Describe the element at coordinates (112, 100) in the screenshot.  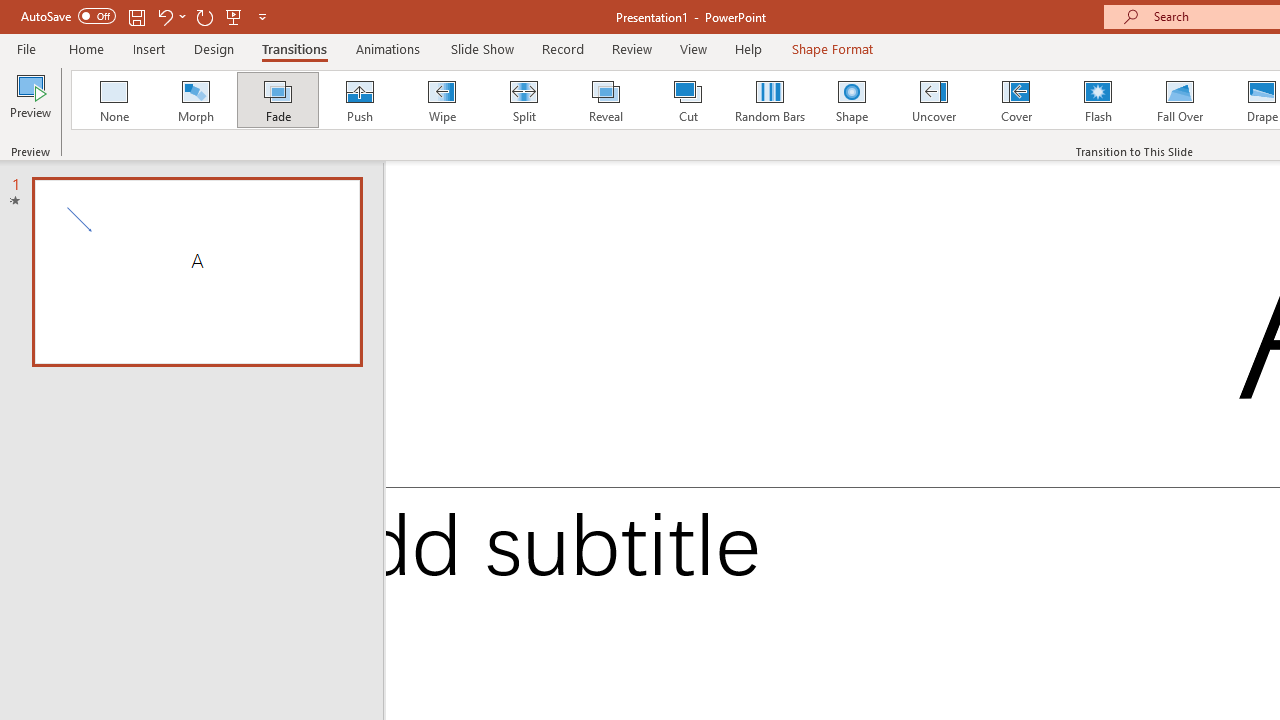
I see `'None'` at that location.